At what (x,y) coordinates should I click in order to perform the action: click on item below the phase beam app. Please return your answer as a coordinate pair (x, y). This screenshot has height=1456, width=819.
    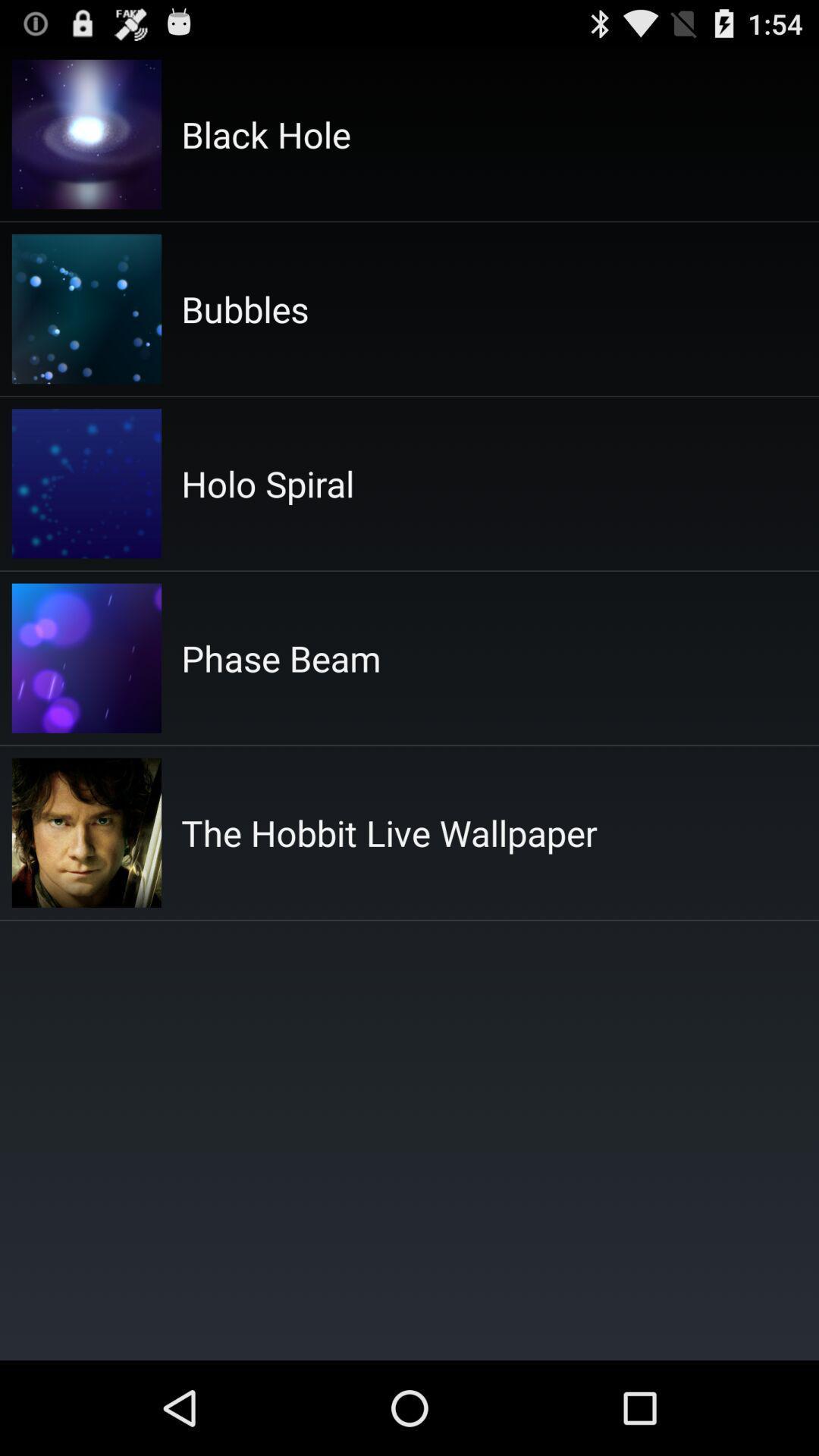
    Looking at the image, I should click on (388, 832).